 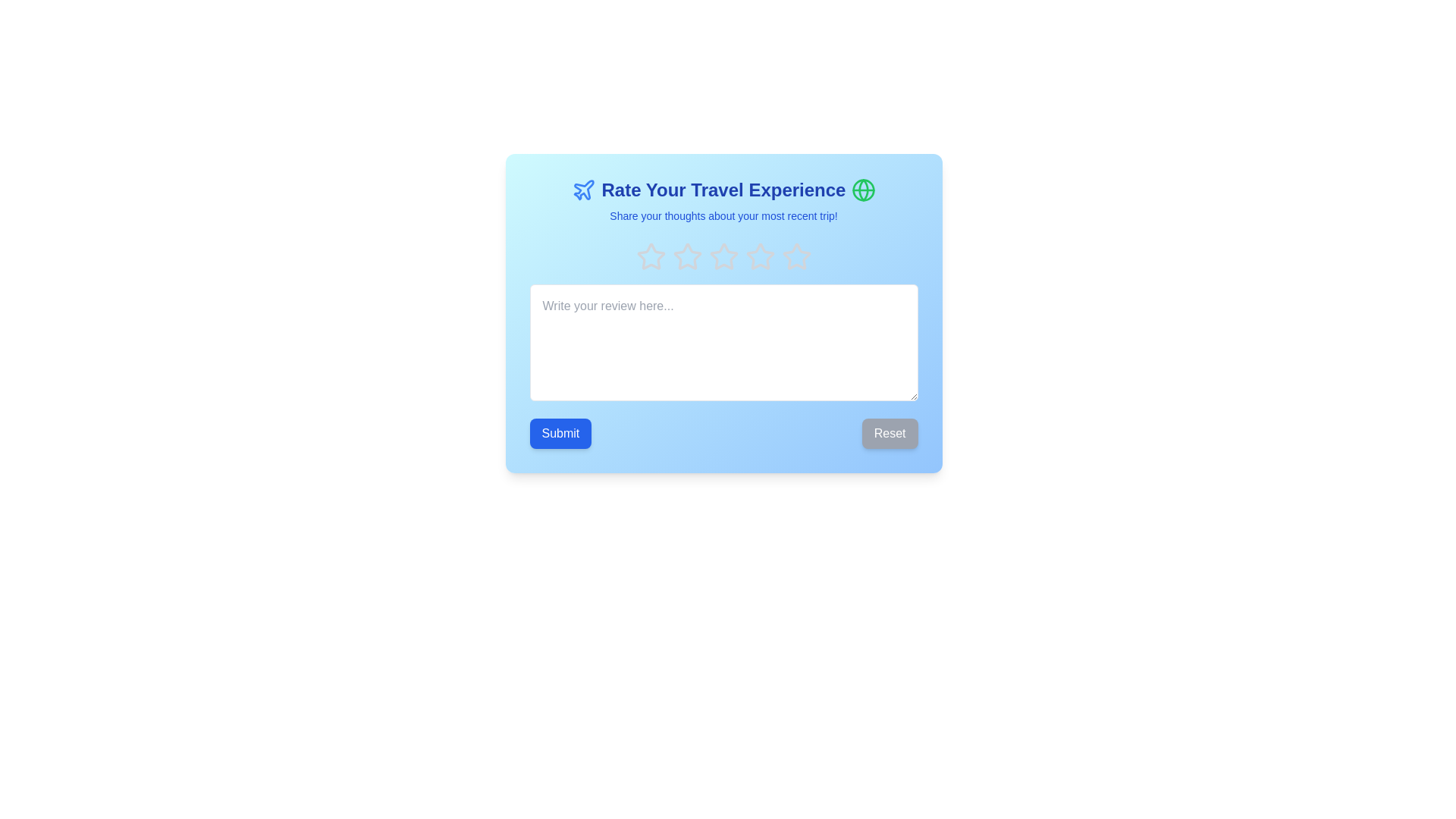 What do you see at coordinates (723, 189) in the screenshot?
I see `the Header section containing the bold text 'Rate Your Travel Experience' with blue styling and flanked by a plane icon and a globe icon` at bounding box center [723, 189].